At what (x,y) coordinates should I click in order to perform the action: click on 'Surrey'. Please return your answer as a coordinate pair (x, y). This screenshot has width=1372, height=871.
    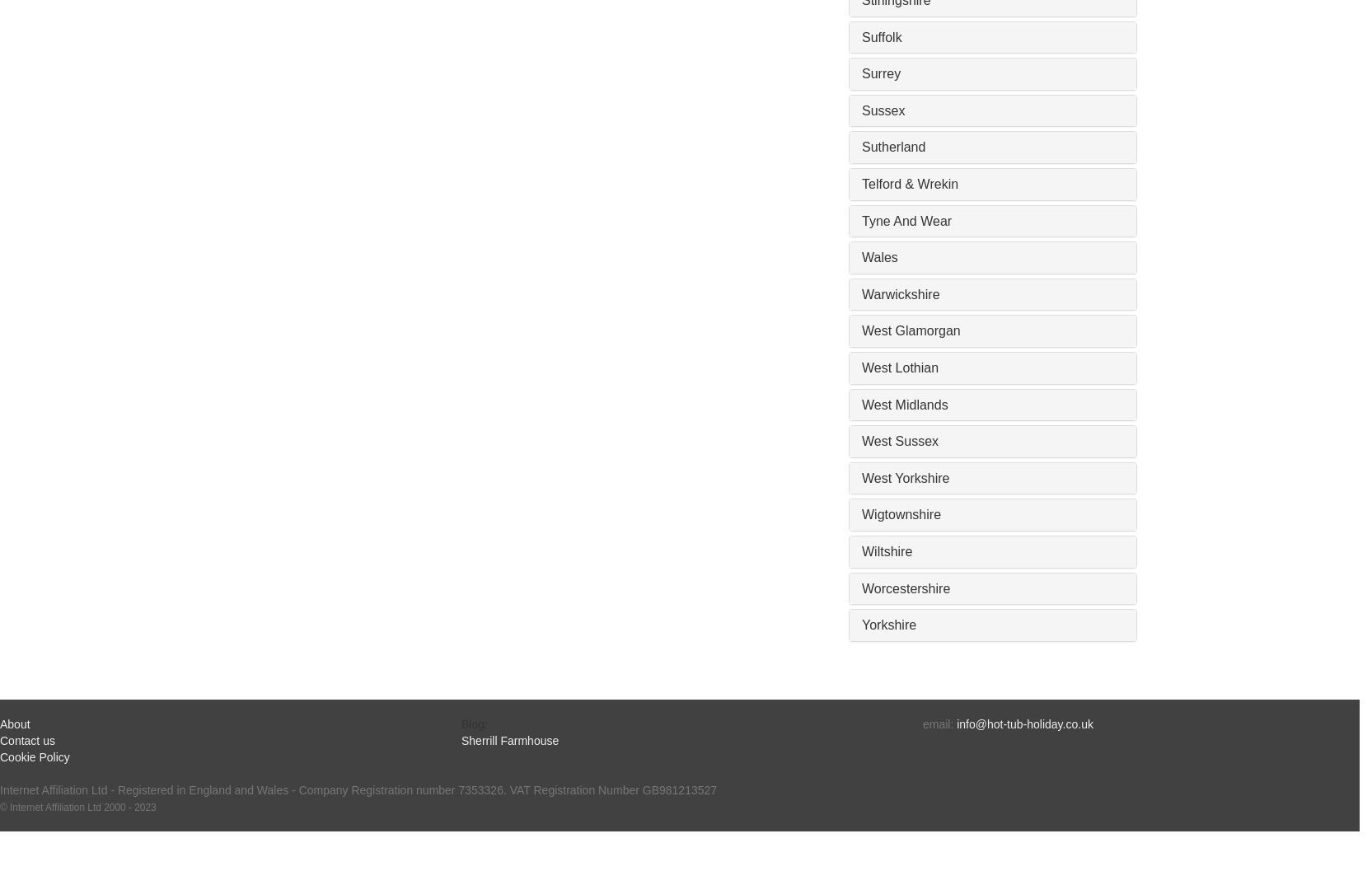
    Looking at the image, I should click on (860, 73).